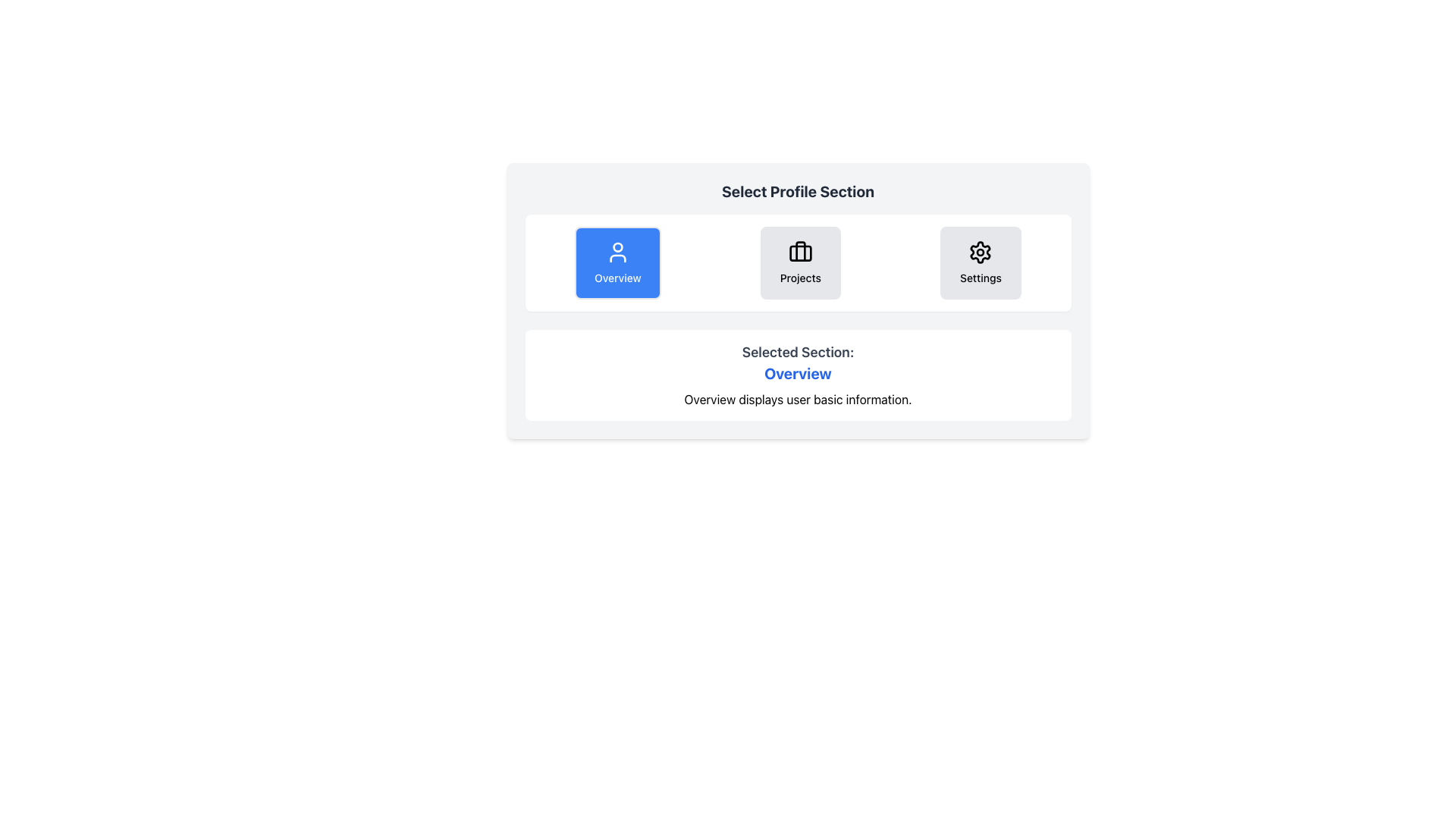 The image size is (1456, 819). Describe the element at coordinates (617, 246) in the screenshot. I see `graphical component of the user profile icon, which is the first icon from the left in the row of selectable profile sections, using developer tools` at that location.